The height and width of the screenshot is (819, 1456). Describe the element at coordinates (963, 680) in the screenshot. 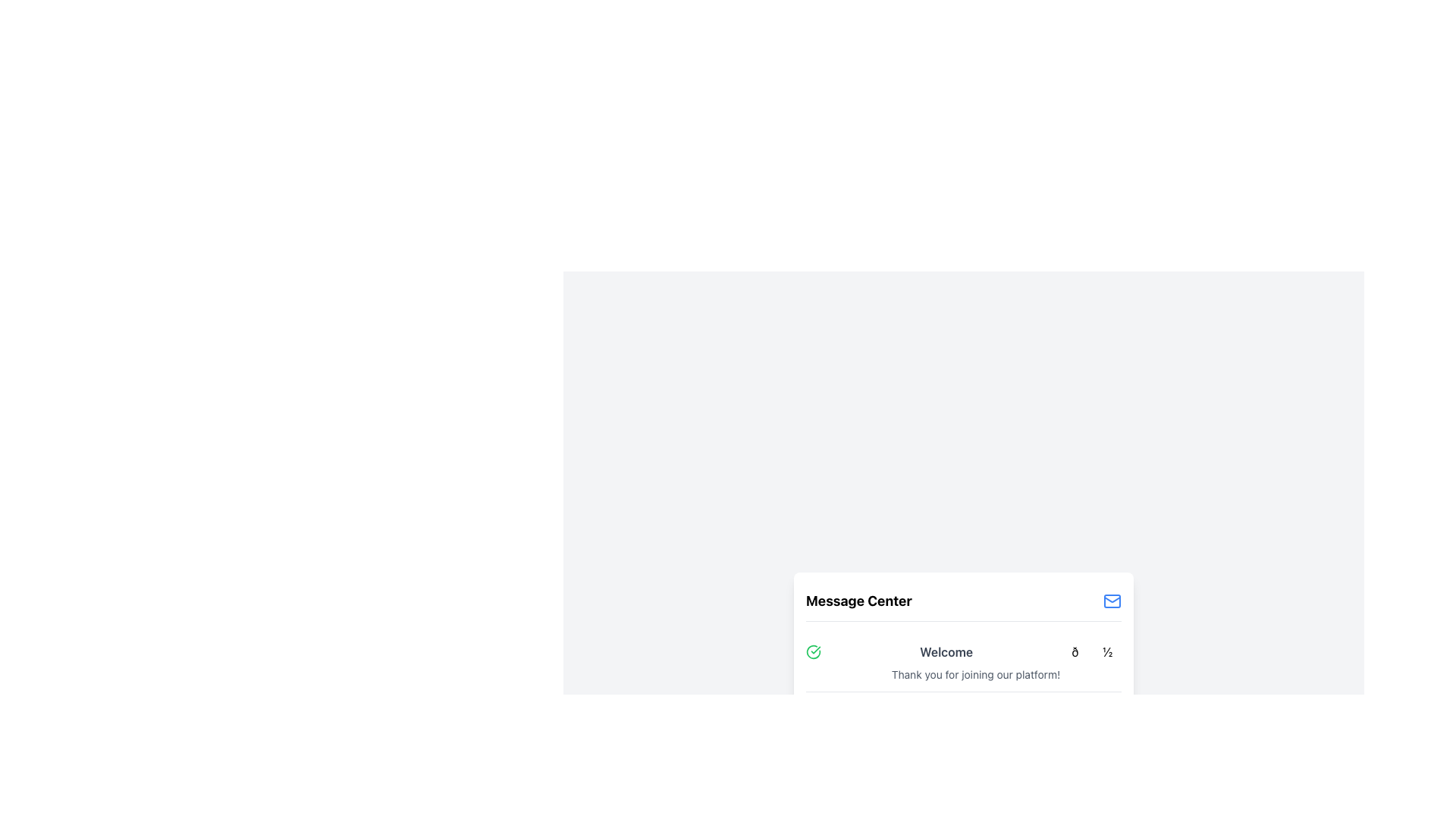

I see `the first informational card in the Message Center, which displays 'Welcome' in bold and 'Thank you for joining our platform!' in regular font` at that location.